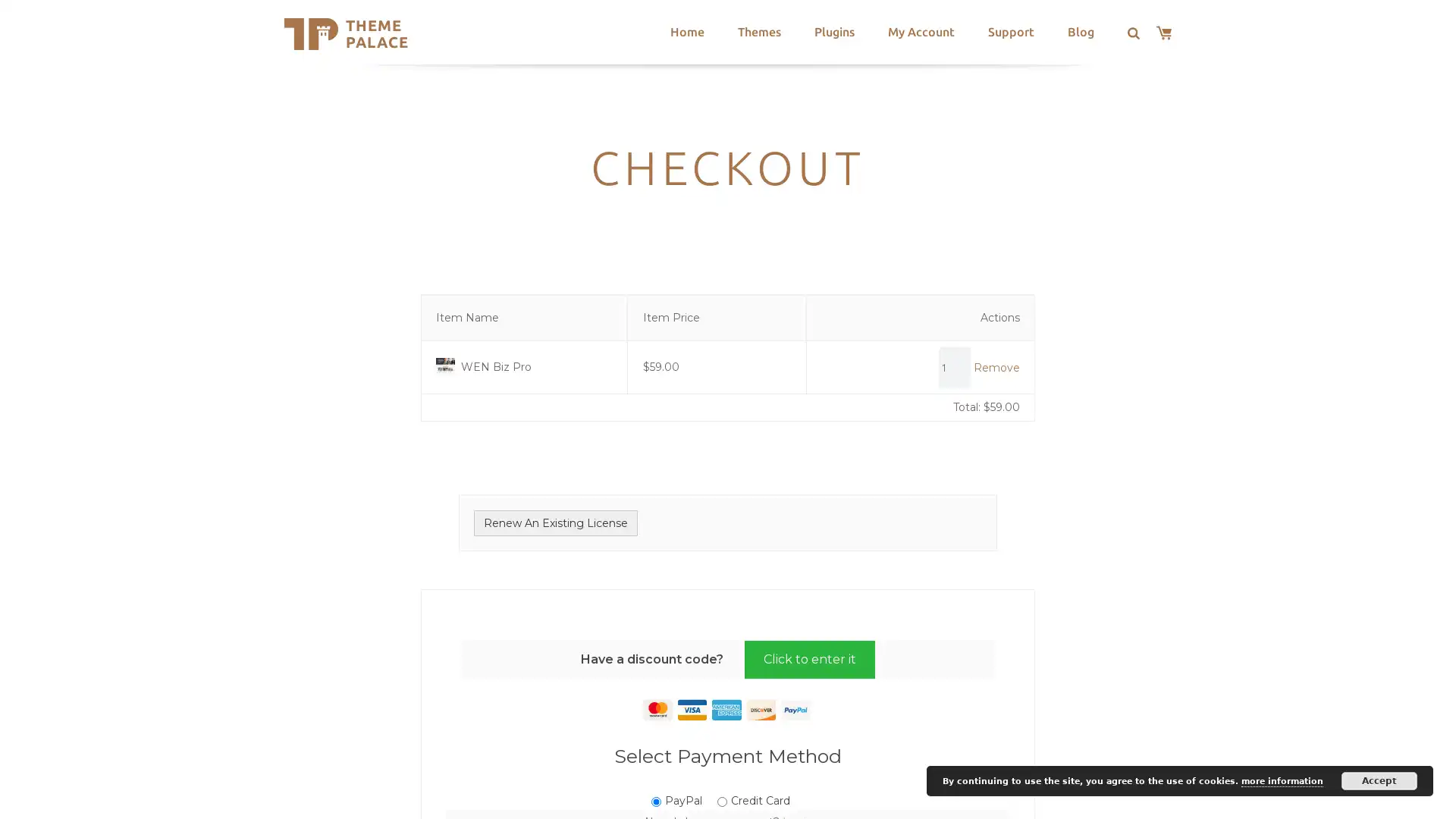  Describe the element at coordinates (1379, 780) in the screenshot. I see `Accept` at that location.